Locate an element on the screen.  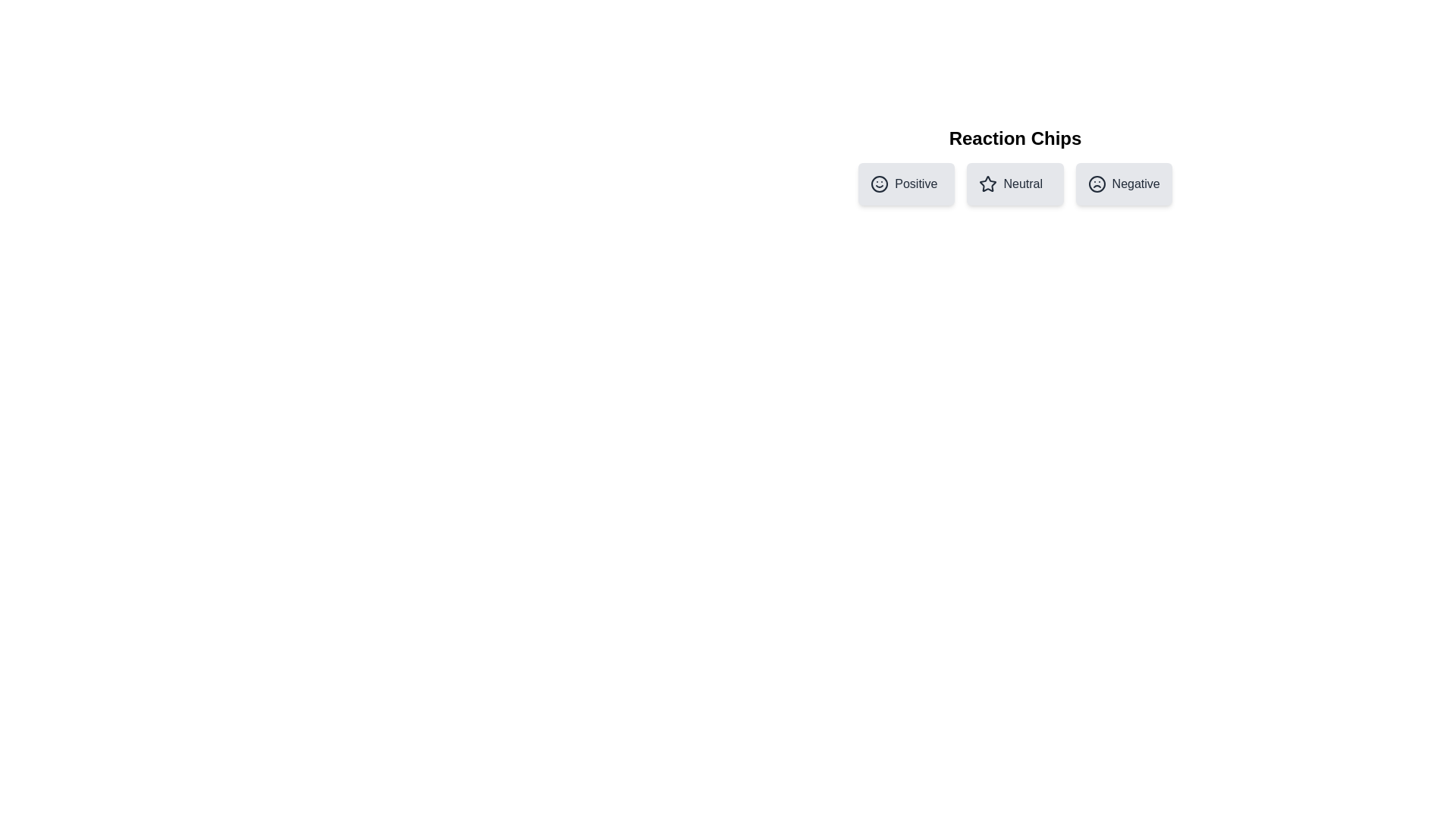
the chip labeled Neutral to preview its hover effect is located at coordinates (1015, 184).